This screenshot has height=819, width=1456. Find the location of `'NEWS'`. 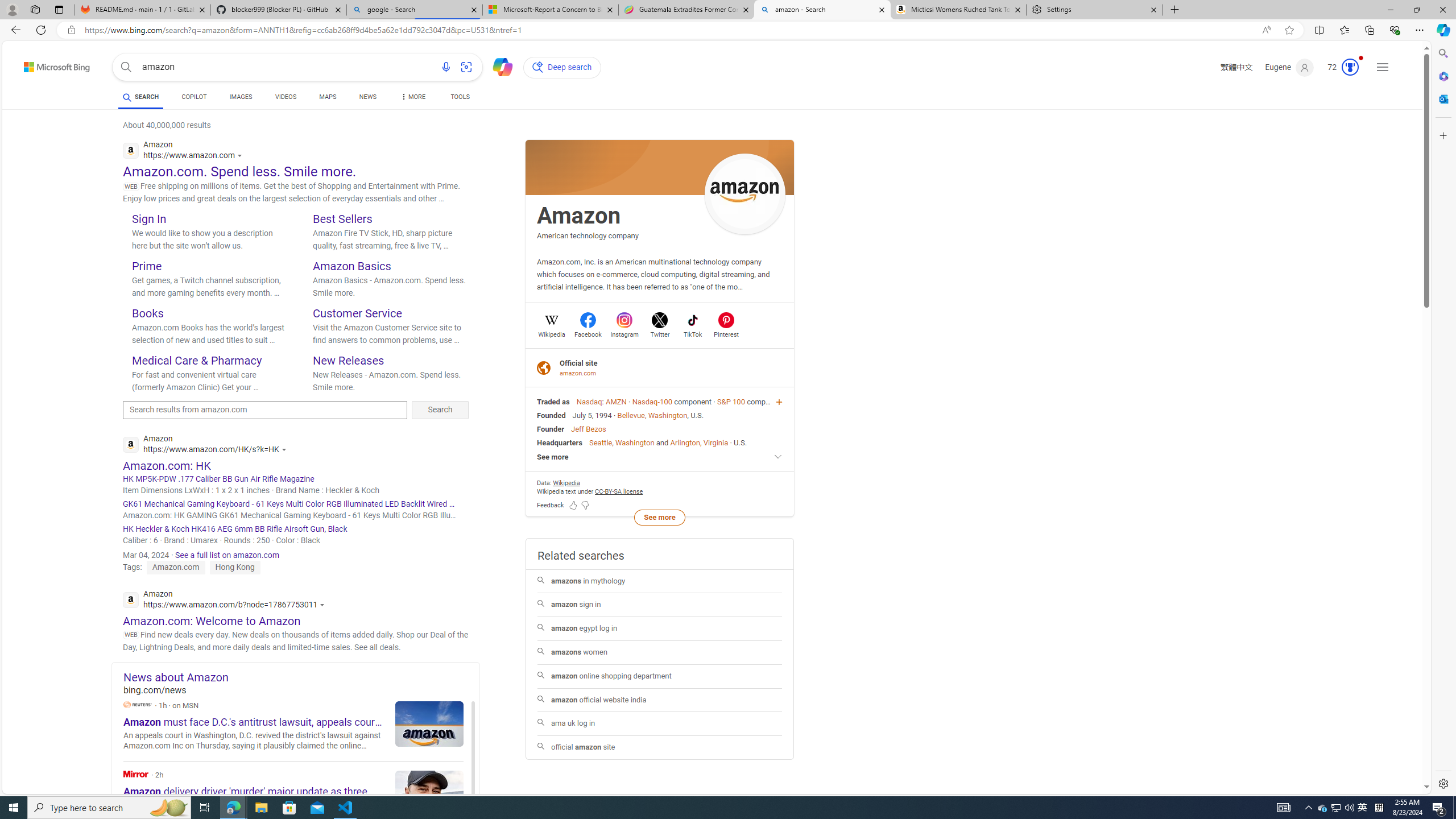

'NEWS' is located at coordinates (367, 96).